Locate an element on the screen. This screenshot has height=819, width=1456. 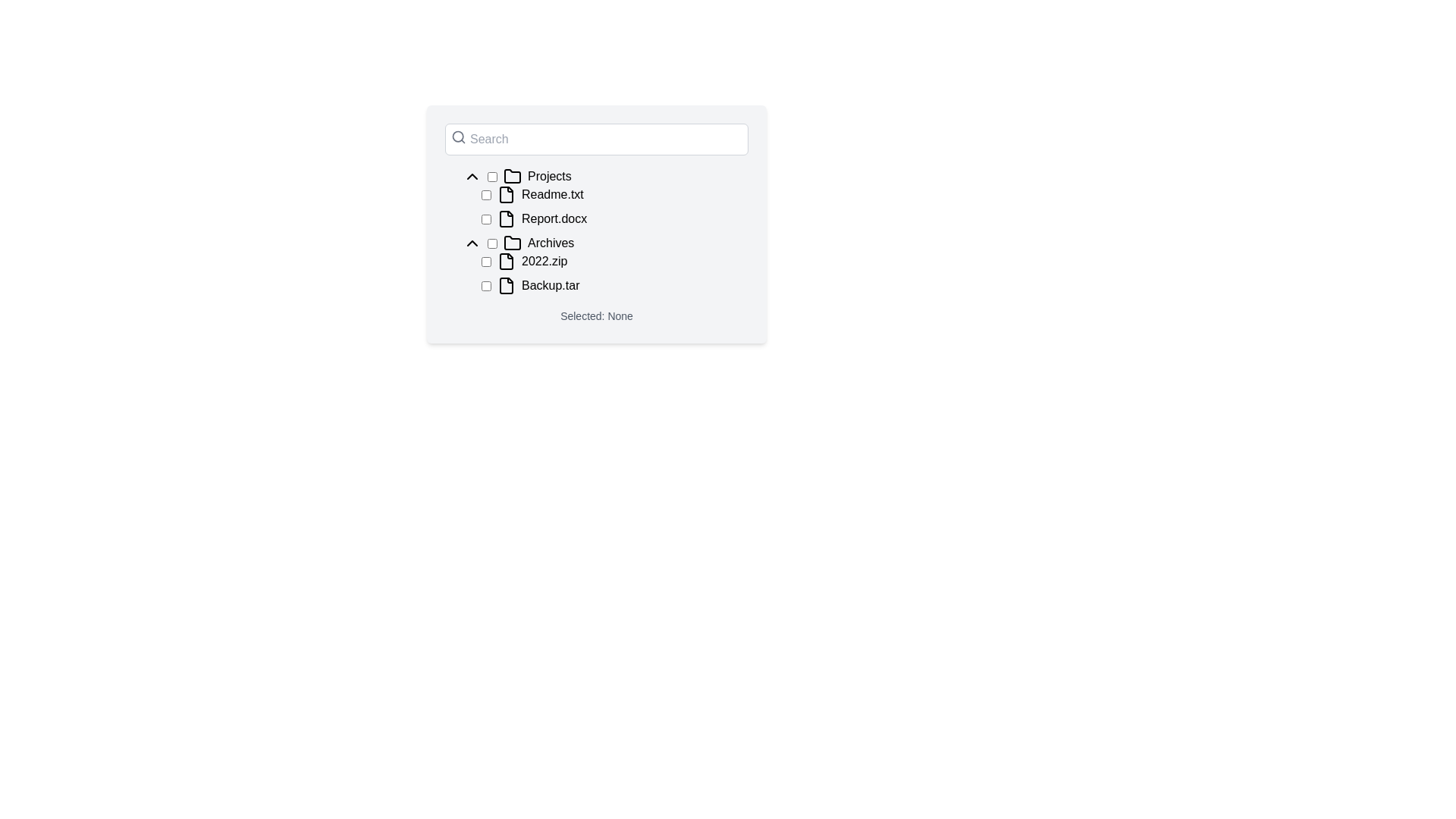
the static graphical icon representing the file '2022.zip' within the 'Archives' directory in the file tree is located at coordinates (506, 260).